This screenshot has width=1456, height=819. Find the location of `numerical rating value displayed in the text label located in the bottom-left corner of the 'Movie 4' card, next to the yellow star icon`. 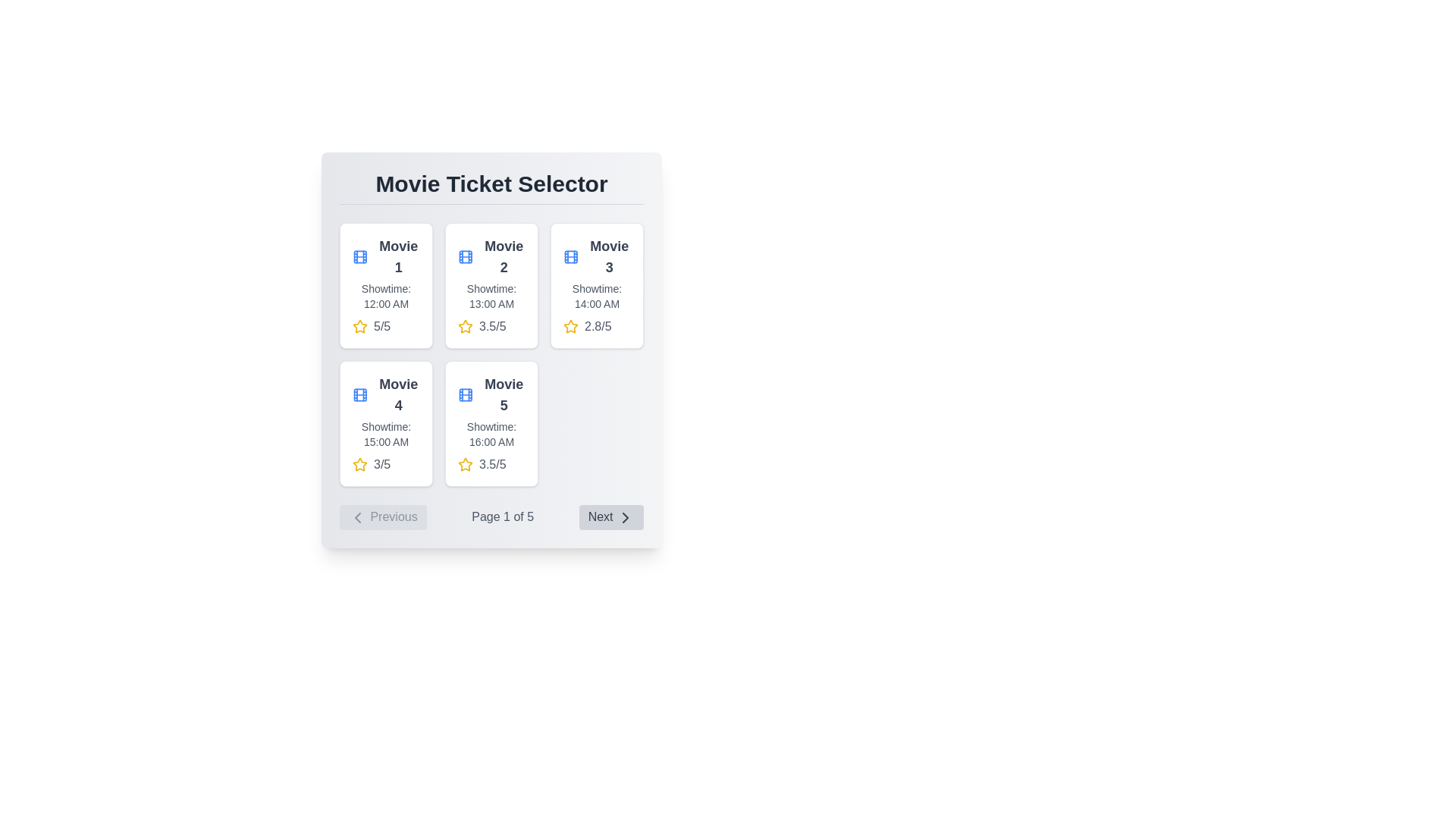

numerical rating value displayed in the text label located in the bottom-left corner of the 'Movie 4' card, next to the yellow star icon is located at coordinates (382, 464).